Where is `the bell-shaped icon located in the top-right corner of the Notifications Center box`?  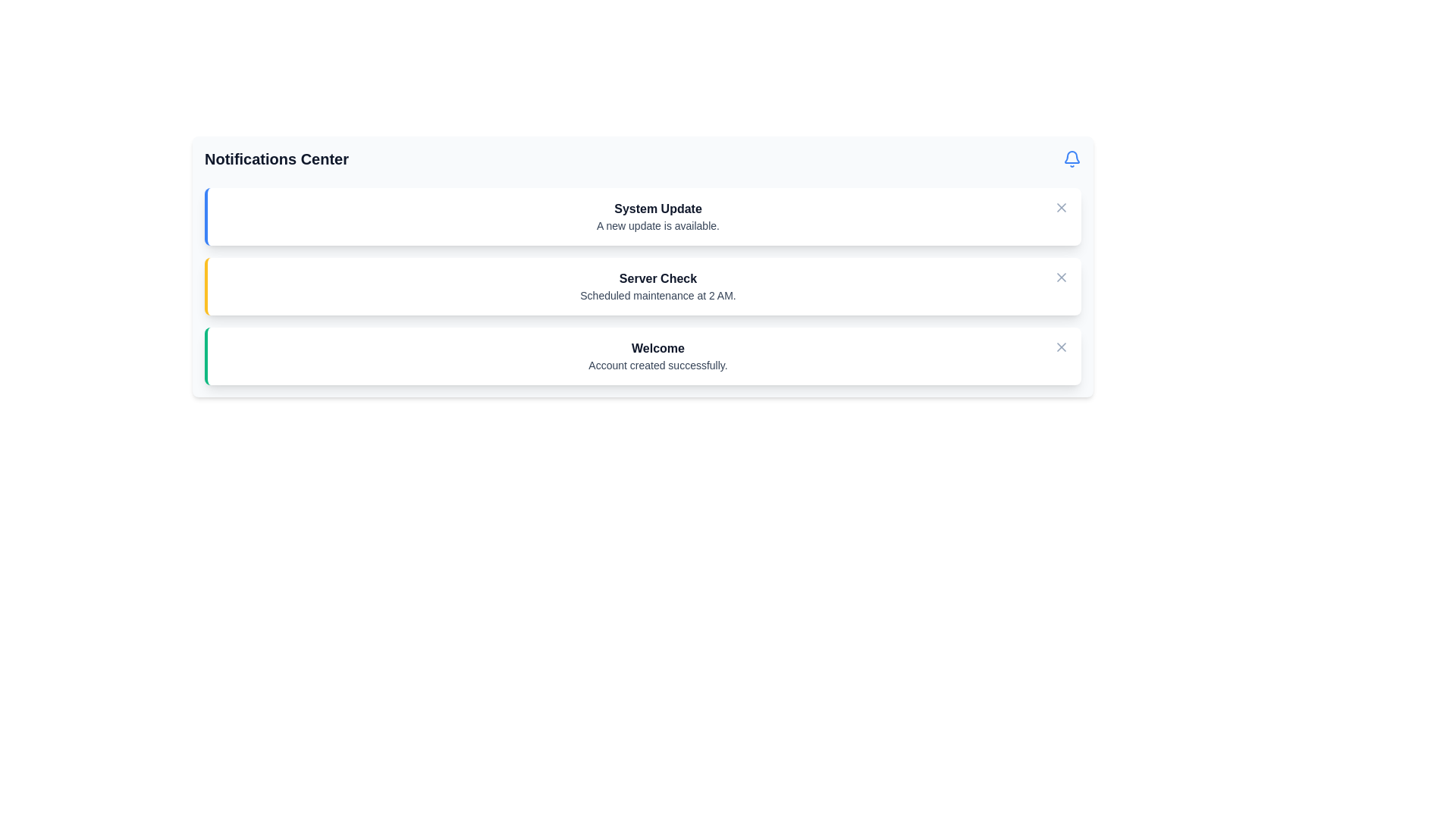
the bell-shaped icon located in the top-right corner of the Notifications Center box is located at coordinates (1072, 157).